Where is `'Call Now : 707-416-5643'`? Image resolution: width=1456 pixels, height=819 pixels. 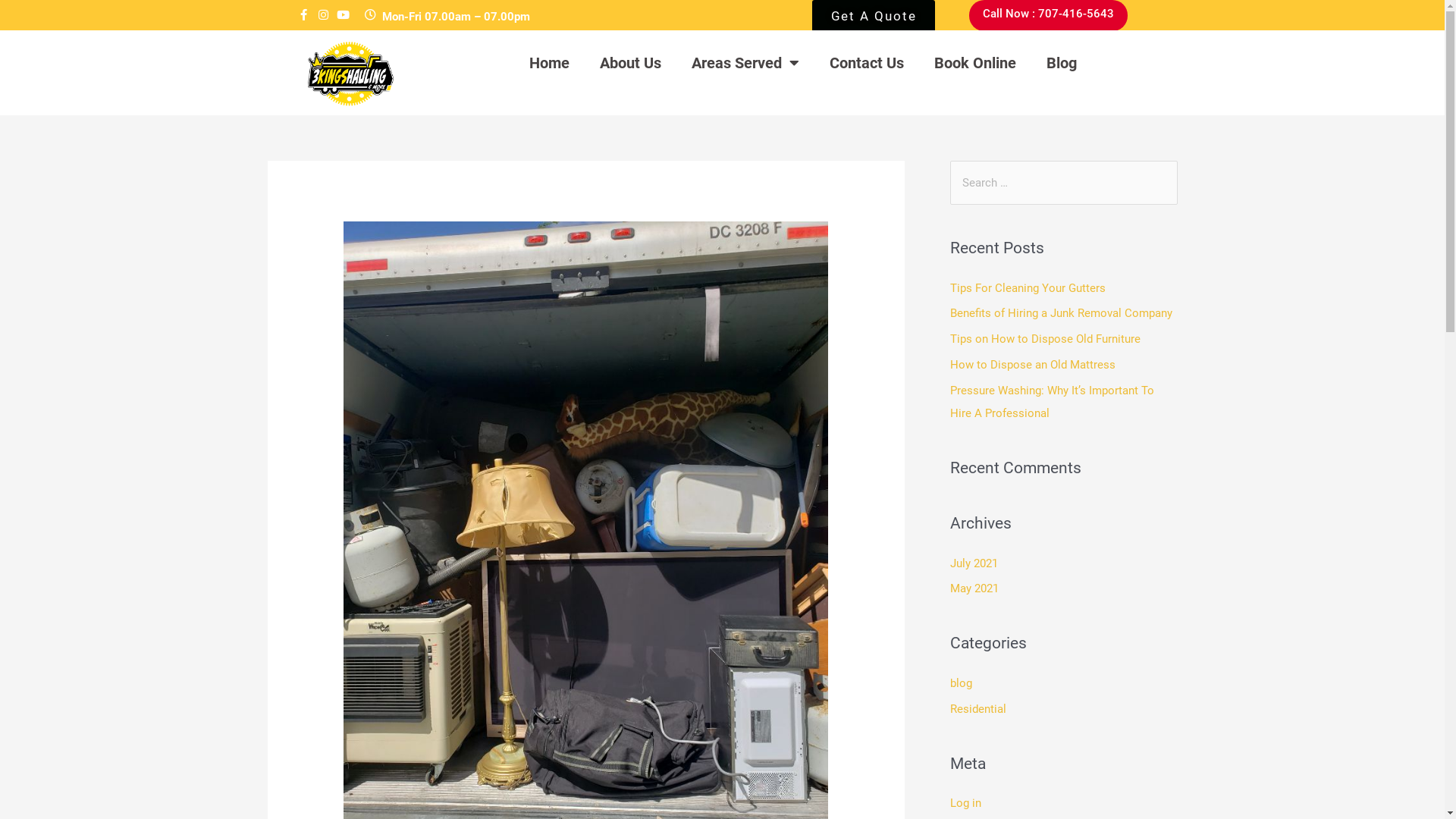
'Call Now : 707-416-5643' is located at coordinates (1047, 15).